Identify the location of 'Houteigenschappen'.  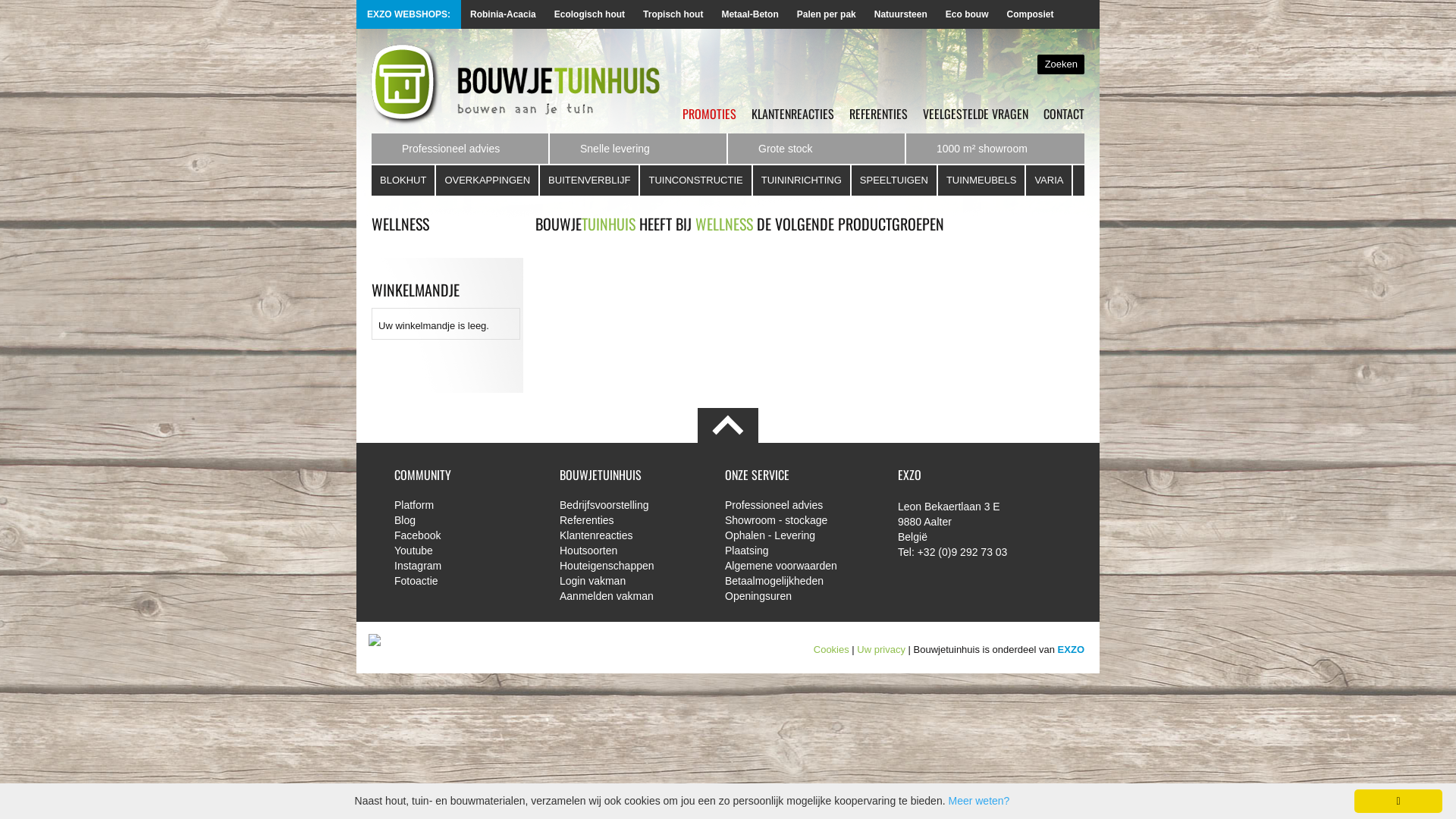
(630, 565).